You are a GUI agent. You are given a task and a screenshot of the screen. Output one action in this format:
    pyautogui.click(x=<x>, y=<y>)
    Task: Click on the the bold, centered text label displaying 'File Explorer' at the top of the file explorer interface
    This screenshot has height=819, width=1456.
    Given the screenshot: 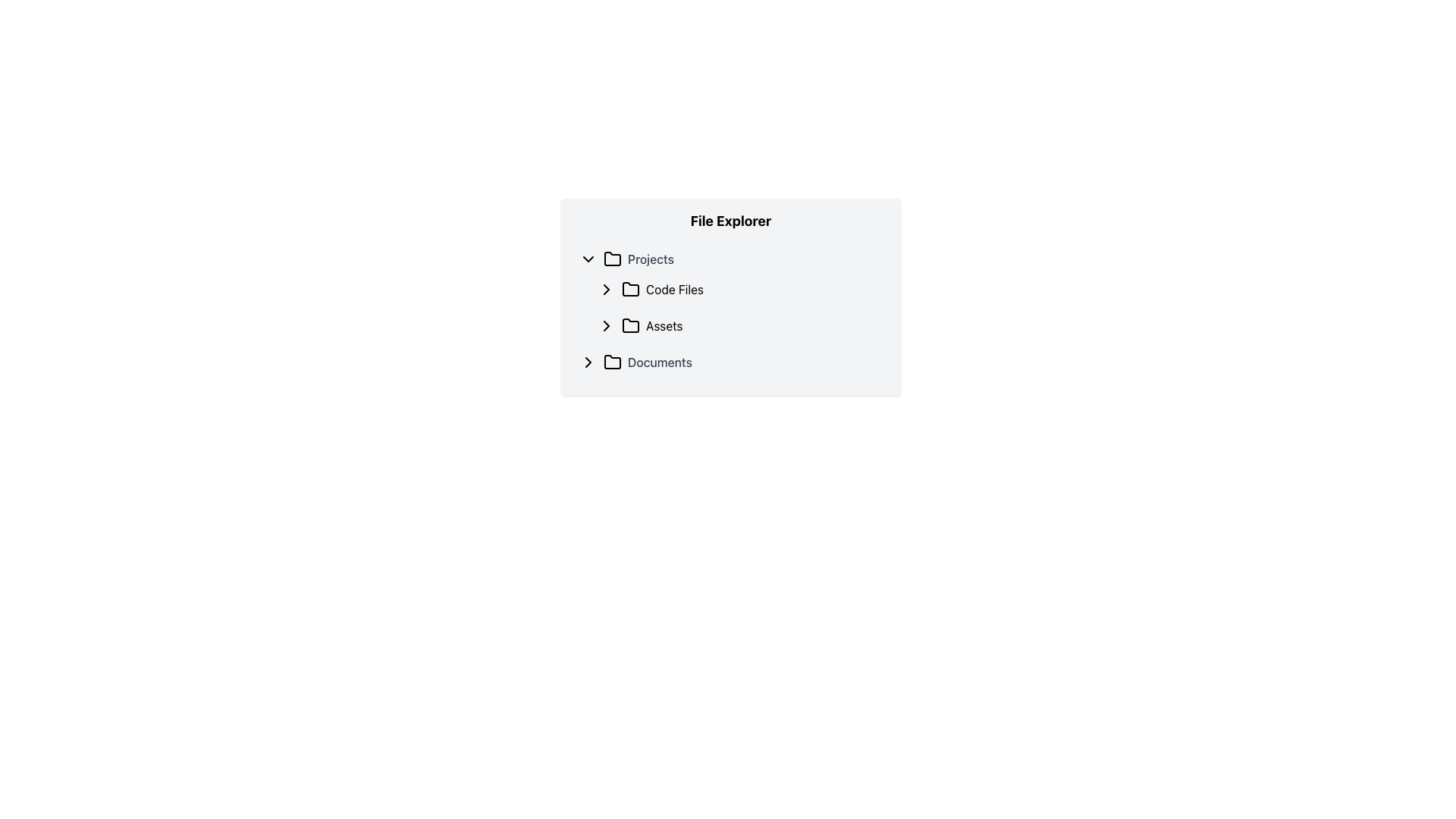 What is the action you would take?
    pyautogui.click(x=731, y=221)
    